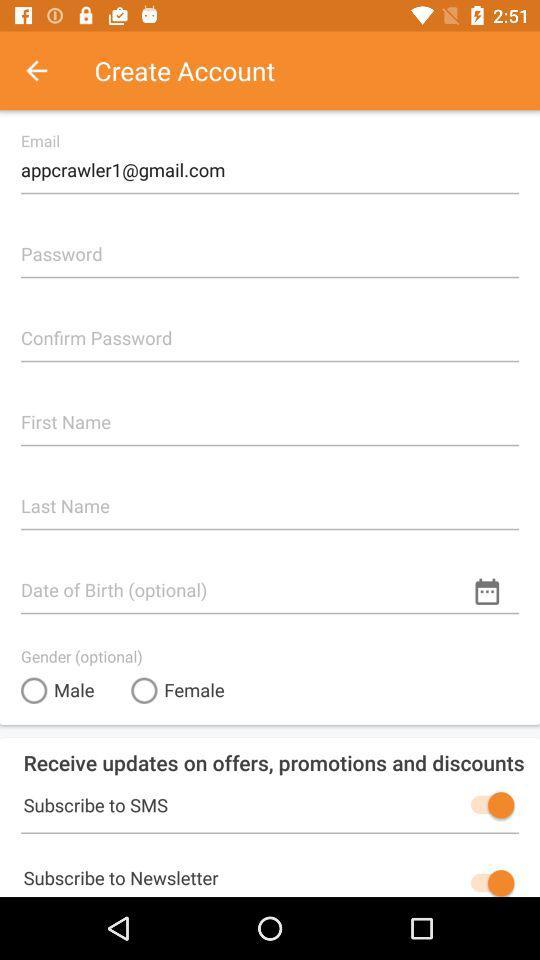 The image size is (540, 960). What do you see at coordinates (270, 330) in the screenshot?
I see `confirm password to sign up` at bounding box center [270, 330].